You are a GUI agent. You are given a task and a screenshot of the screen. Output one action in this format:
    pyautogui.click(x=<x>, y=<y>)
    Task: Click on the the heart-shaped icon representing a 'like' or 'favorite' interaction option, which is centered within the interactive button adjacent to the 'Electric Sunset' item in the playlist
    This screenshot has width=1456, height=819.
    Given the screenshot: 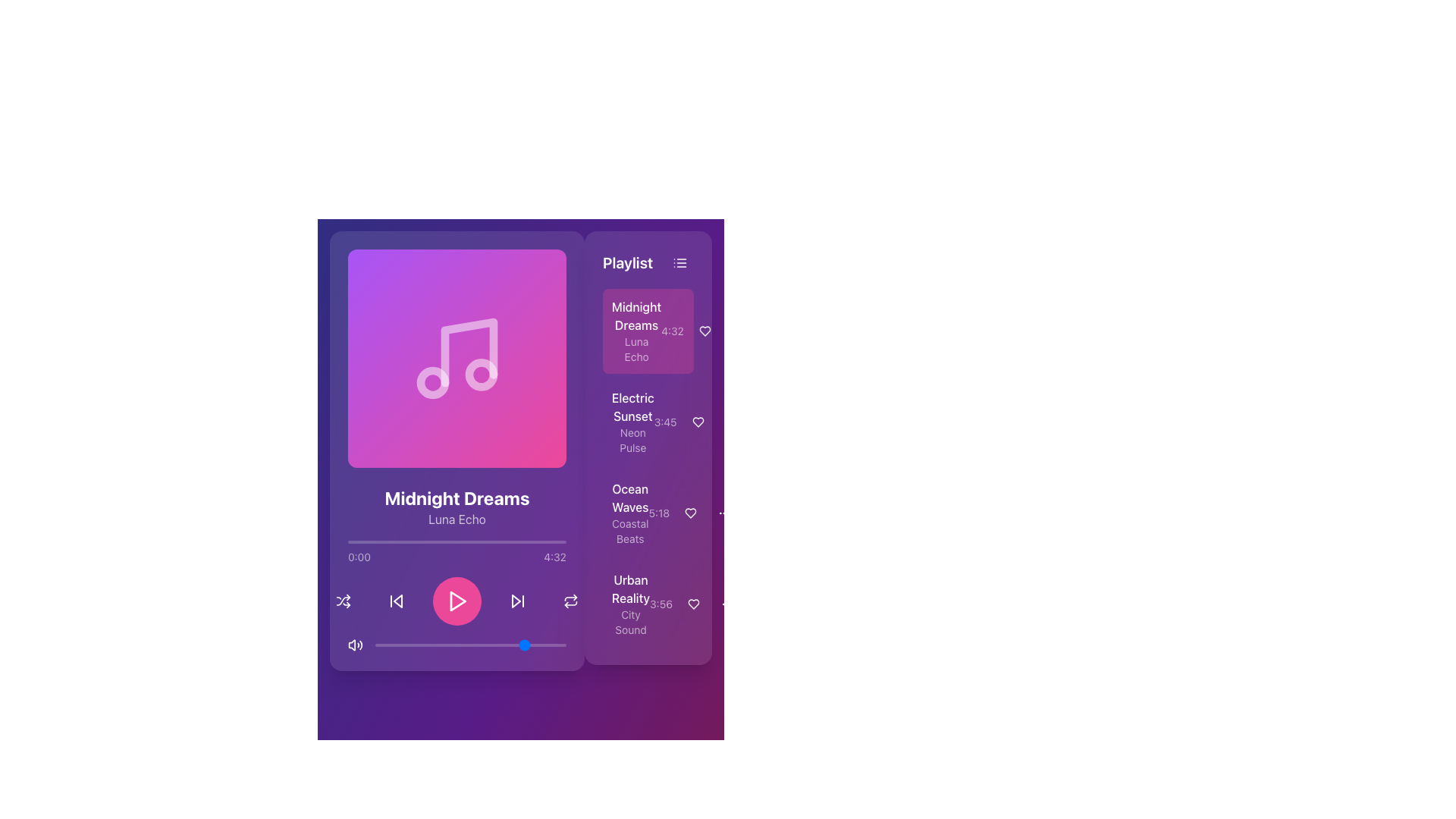 What is the action you would take?
    pyautogui.click(x=697, y=422)
    